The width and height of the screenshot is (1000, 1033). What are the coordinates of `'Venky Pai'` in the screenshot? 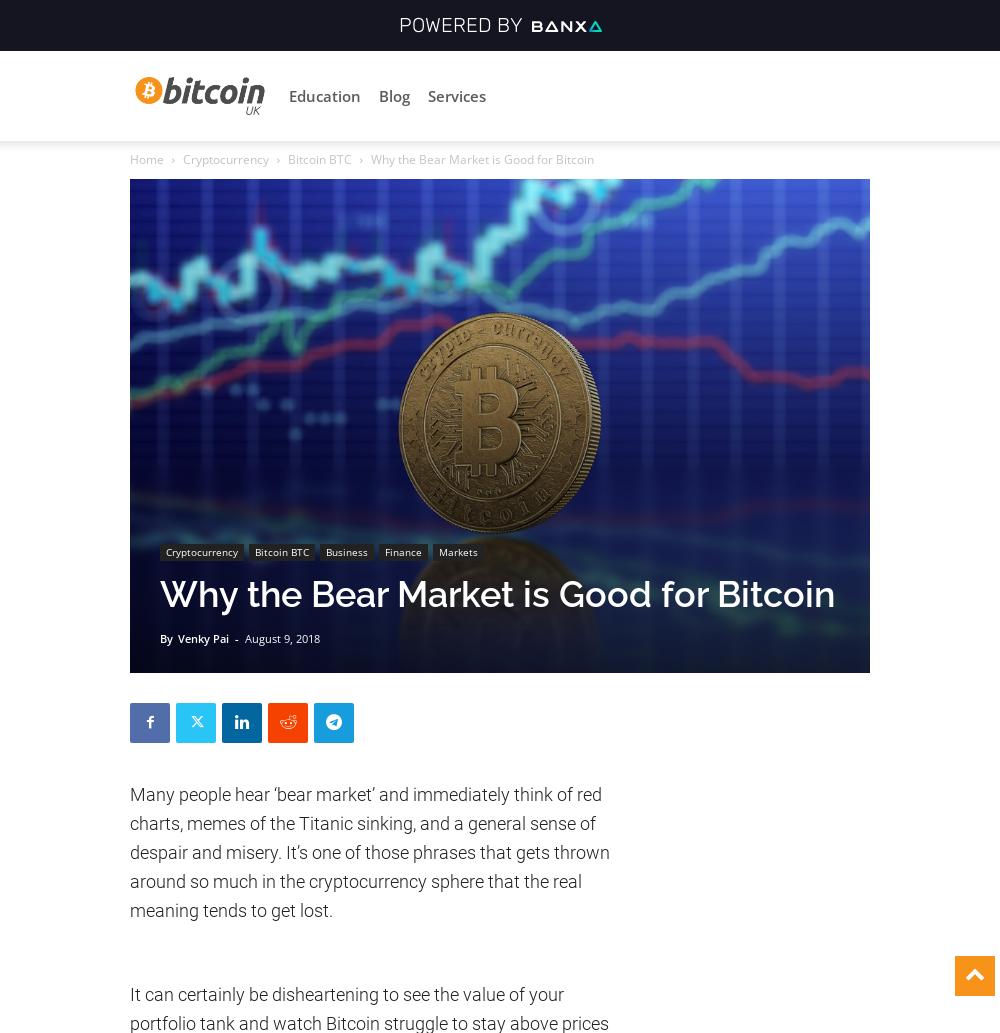 It's located at (202, 636).